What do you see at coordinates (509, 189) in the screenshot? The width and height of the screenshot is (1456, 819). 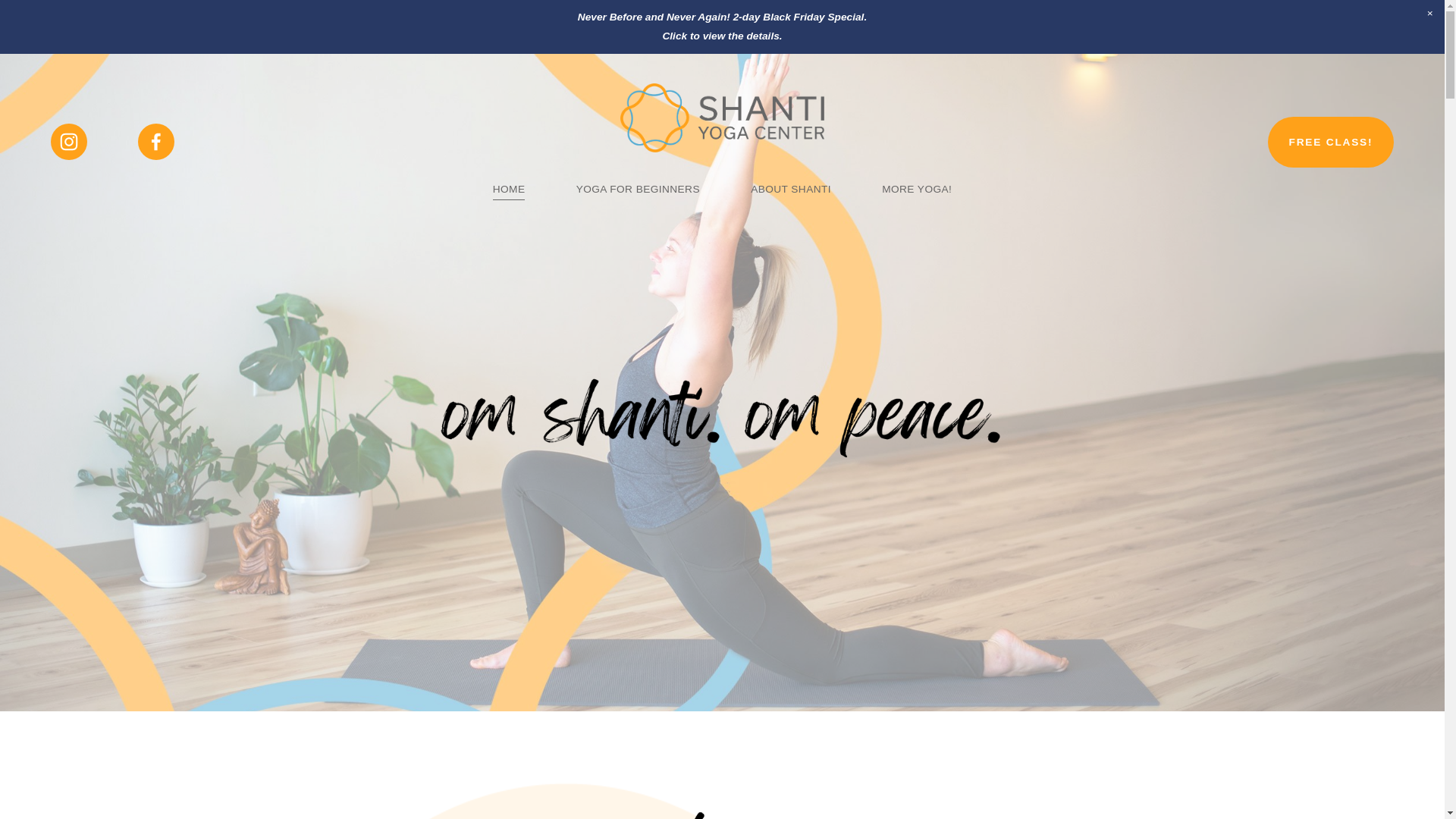 I see `'HOME'` at bounding box center [509, 189].